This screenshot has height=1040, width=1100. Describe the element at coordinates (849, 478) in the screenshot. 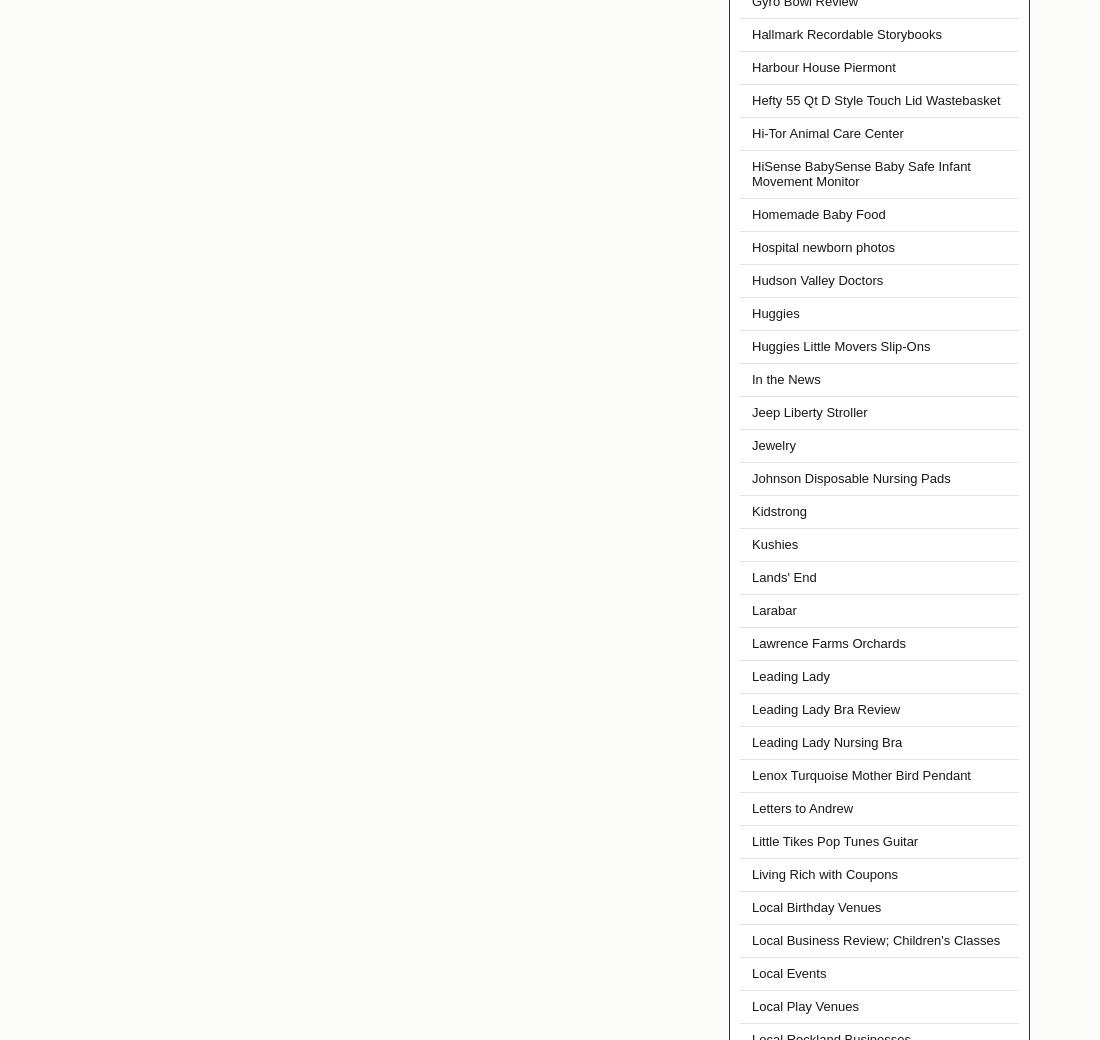

I see `'Johnson Disposable Nursing Pads'` at that location.